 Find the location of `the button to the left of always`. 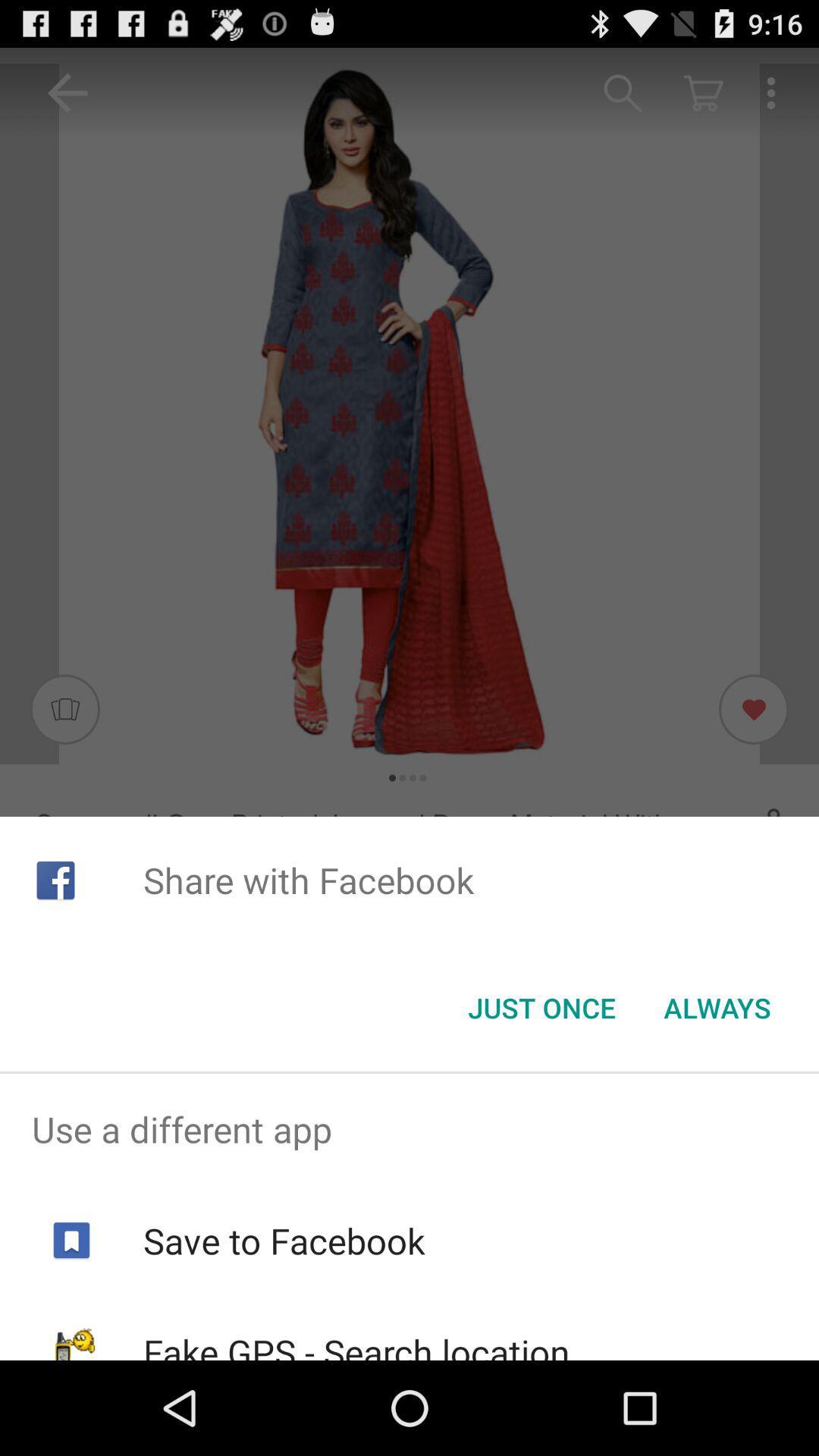

the button to the left of always is located at coordinates (541, 1008).